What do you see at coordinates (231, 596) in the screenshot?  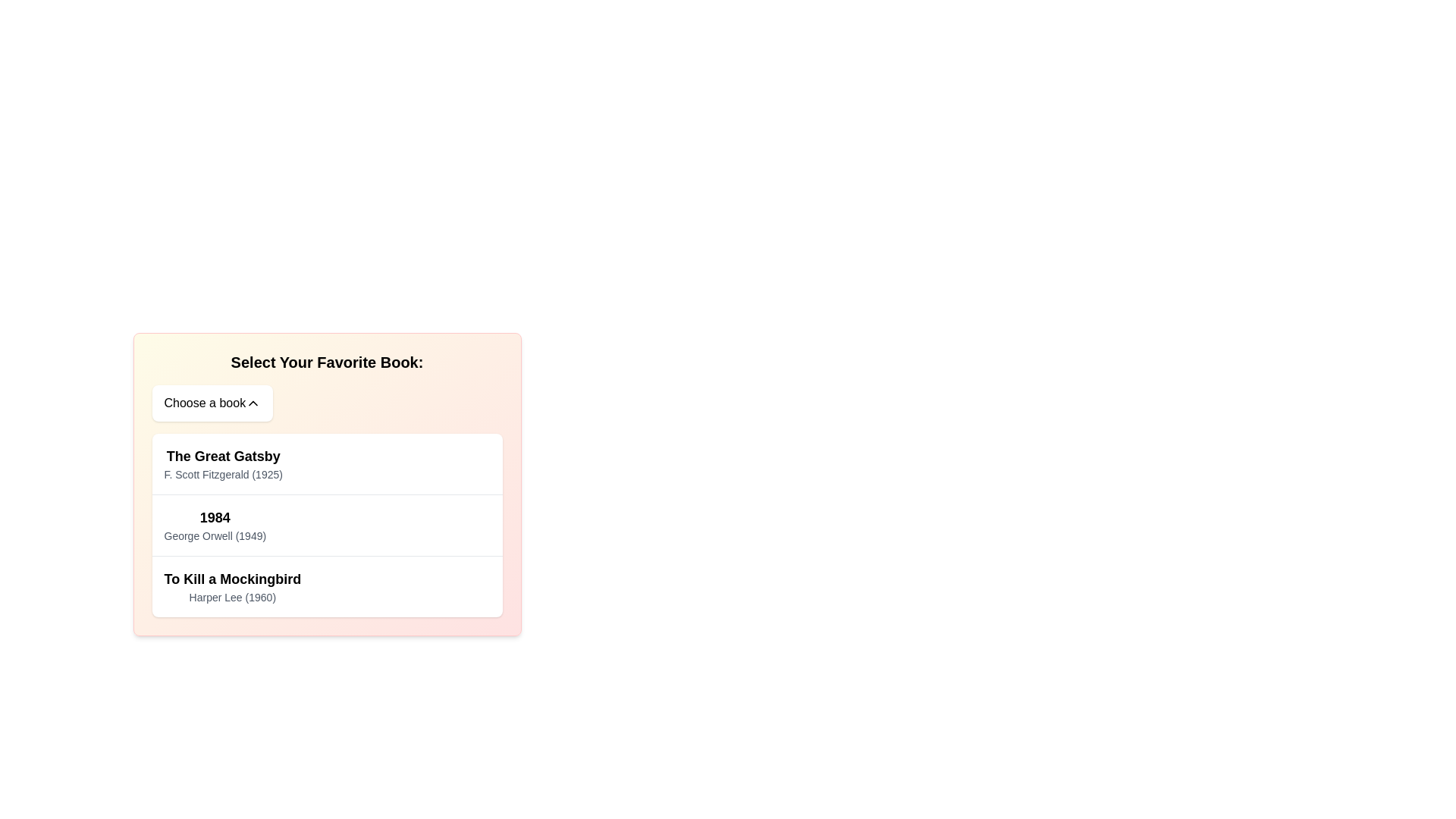 I see `the text label displaying 'Harper Lee (1960)', which is a smaller, gray text located directly below the title 'To Kill a Mockingbird'` at bounding box center [231, 596].